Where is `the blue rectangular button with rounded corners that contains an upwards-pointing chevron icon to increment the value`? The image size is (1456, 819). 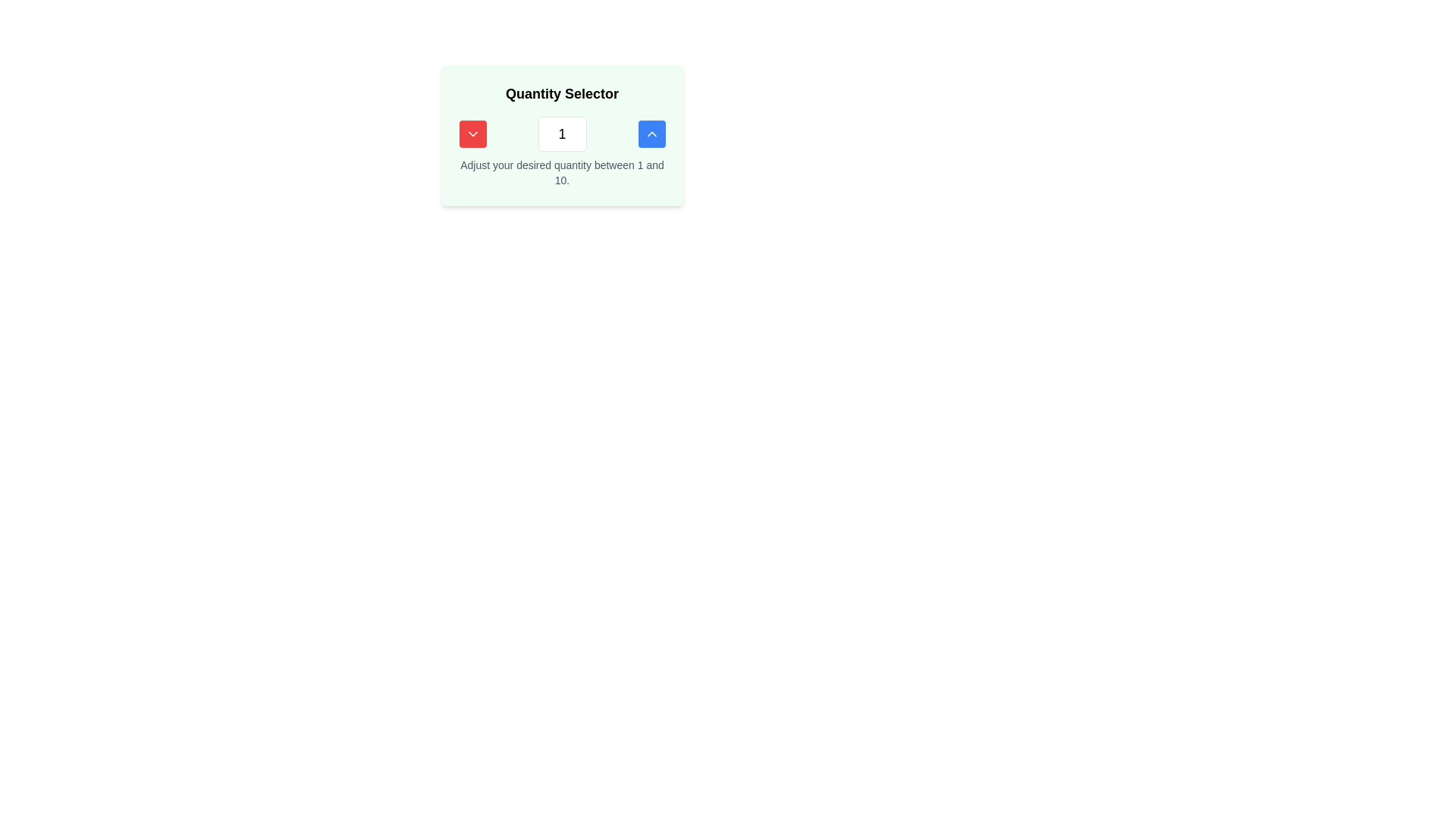 the blue rectangular button with rounded corners that contains an upwards-pointing chevron icon to increment the value is located at coordinates (651, 133).